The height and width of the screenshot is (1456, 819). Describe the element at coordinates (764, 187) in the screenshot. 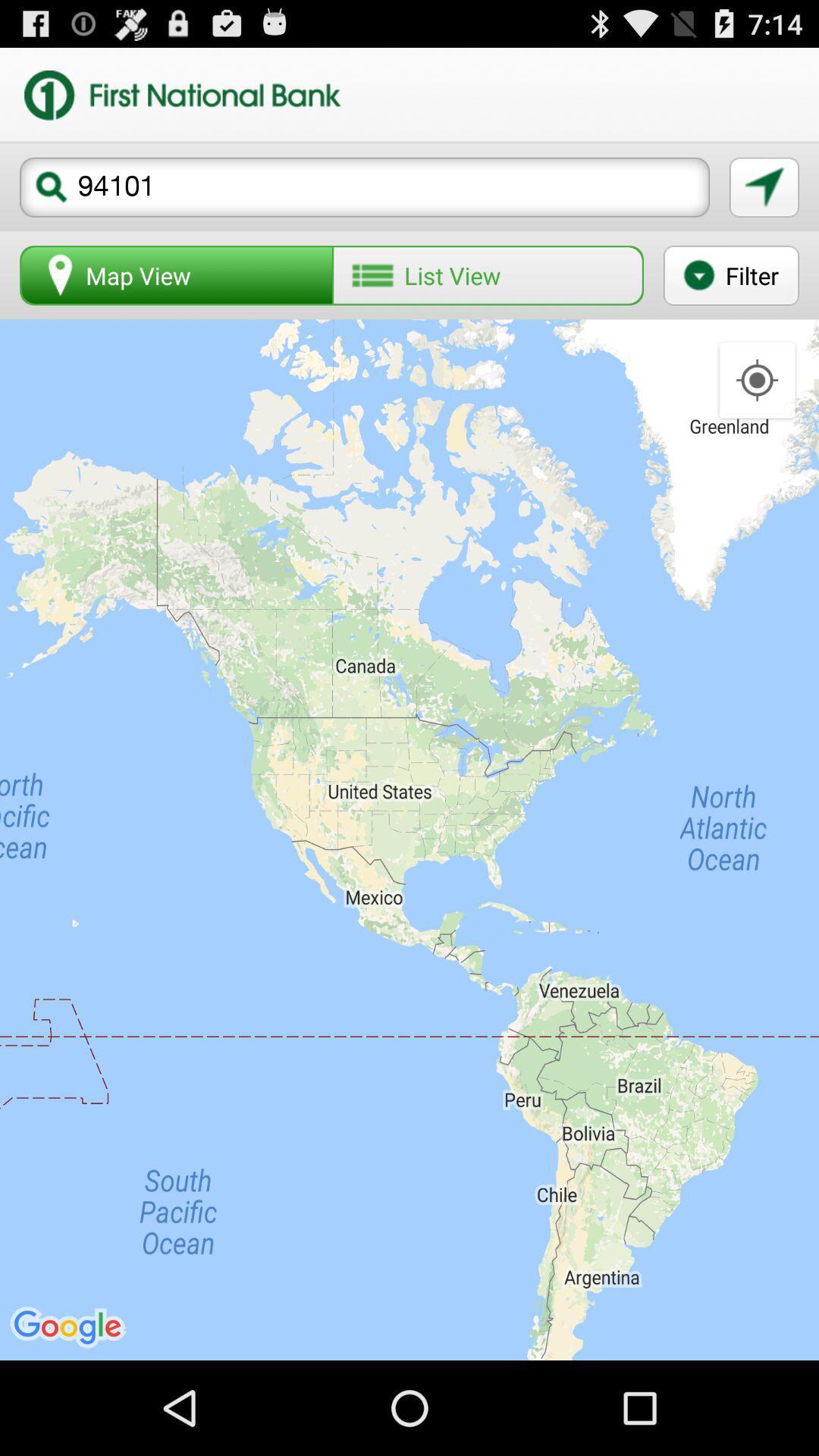

I see `button` at that location.